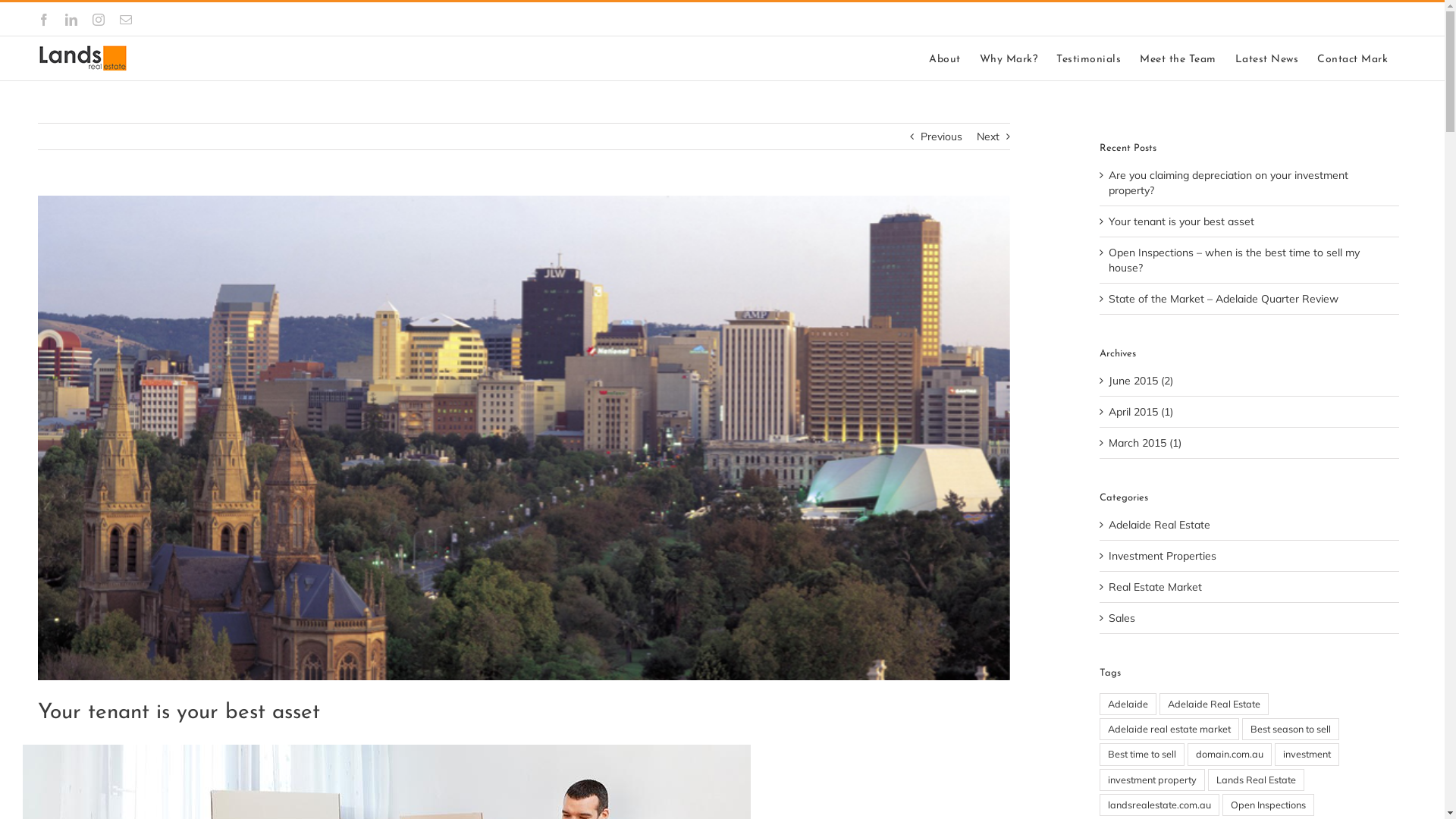 Image resolution: width=1456 pixels, height=819 pixels. I want to click on 'Facebook', so click(37, 20).